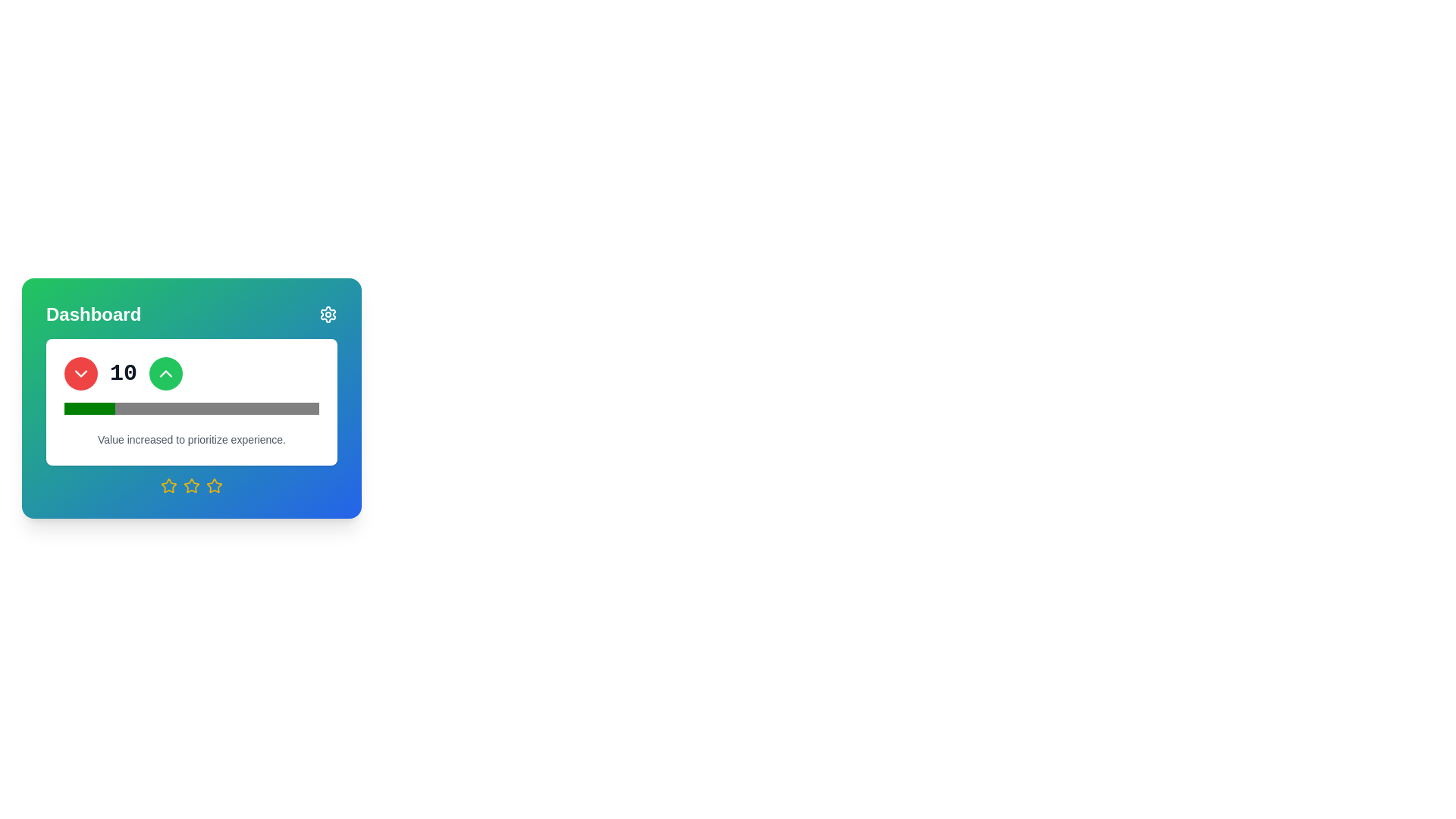 The height and width of the screenshot is (819, 1456). Describe the element at coordinates (214, 485) in the screenshot. I see `the fourth star-shaped icon with a yellow border and blue fill located at the bottom center of the dashboard panel` at that location.